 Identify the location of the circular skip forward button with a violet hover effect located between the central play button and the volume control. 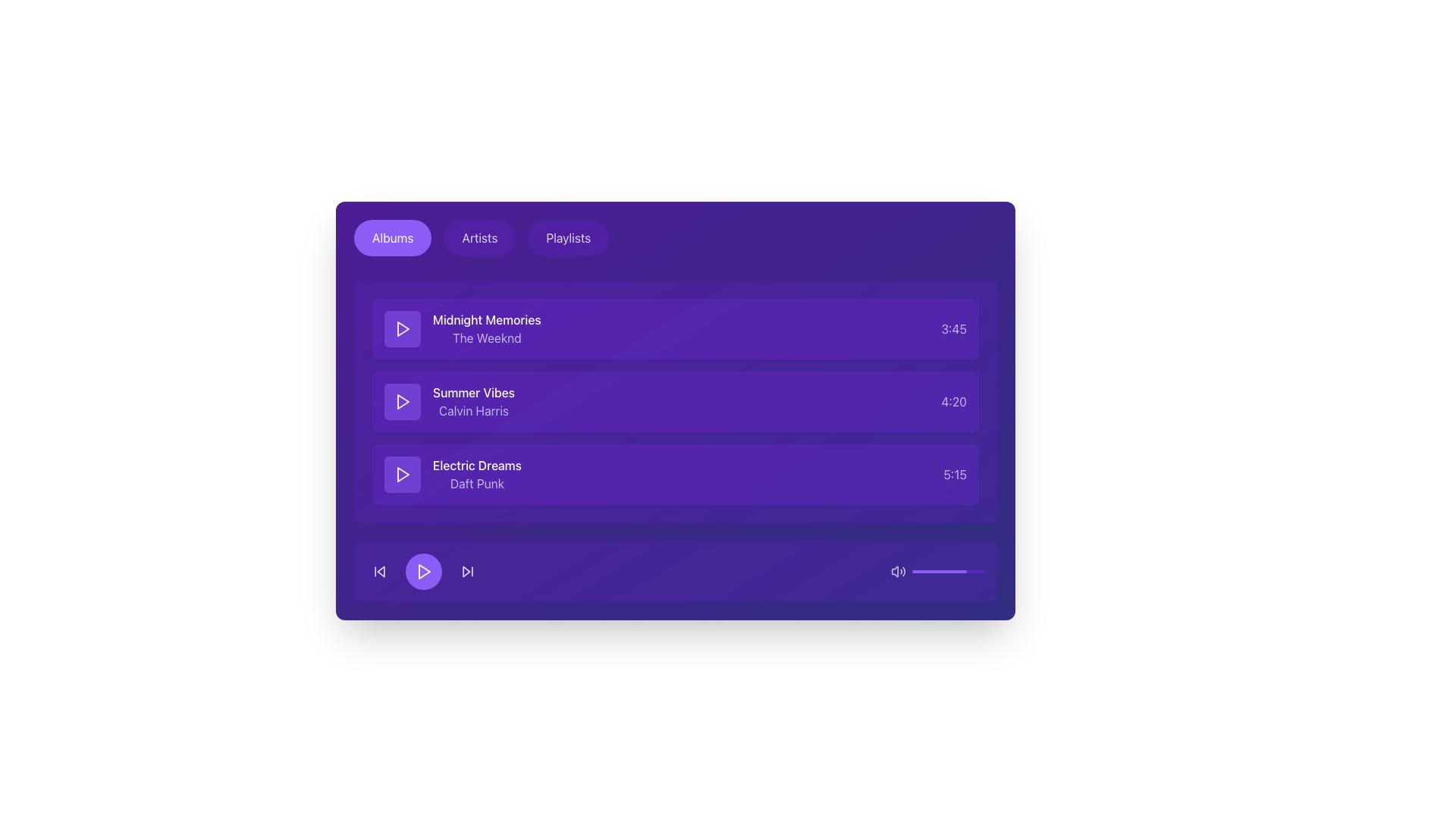
(467, 571).